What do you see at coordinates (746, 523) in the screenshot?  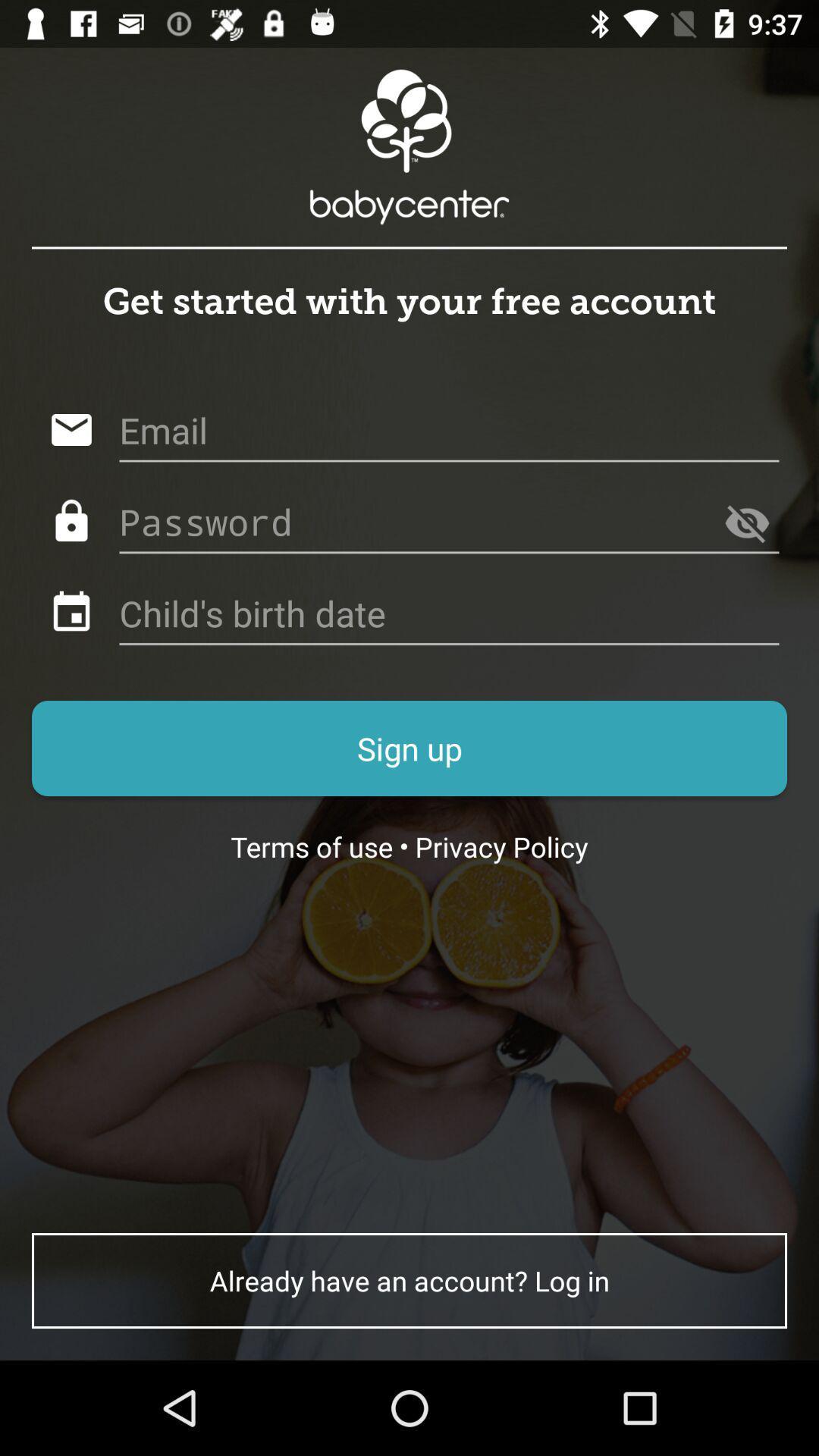 I see `the visibility icon` at bounding box center [746, 523].